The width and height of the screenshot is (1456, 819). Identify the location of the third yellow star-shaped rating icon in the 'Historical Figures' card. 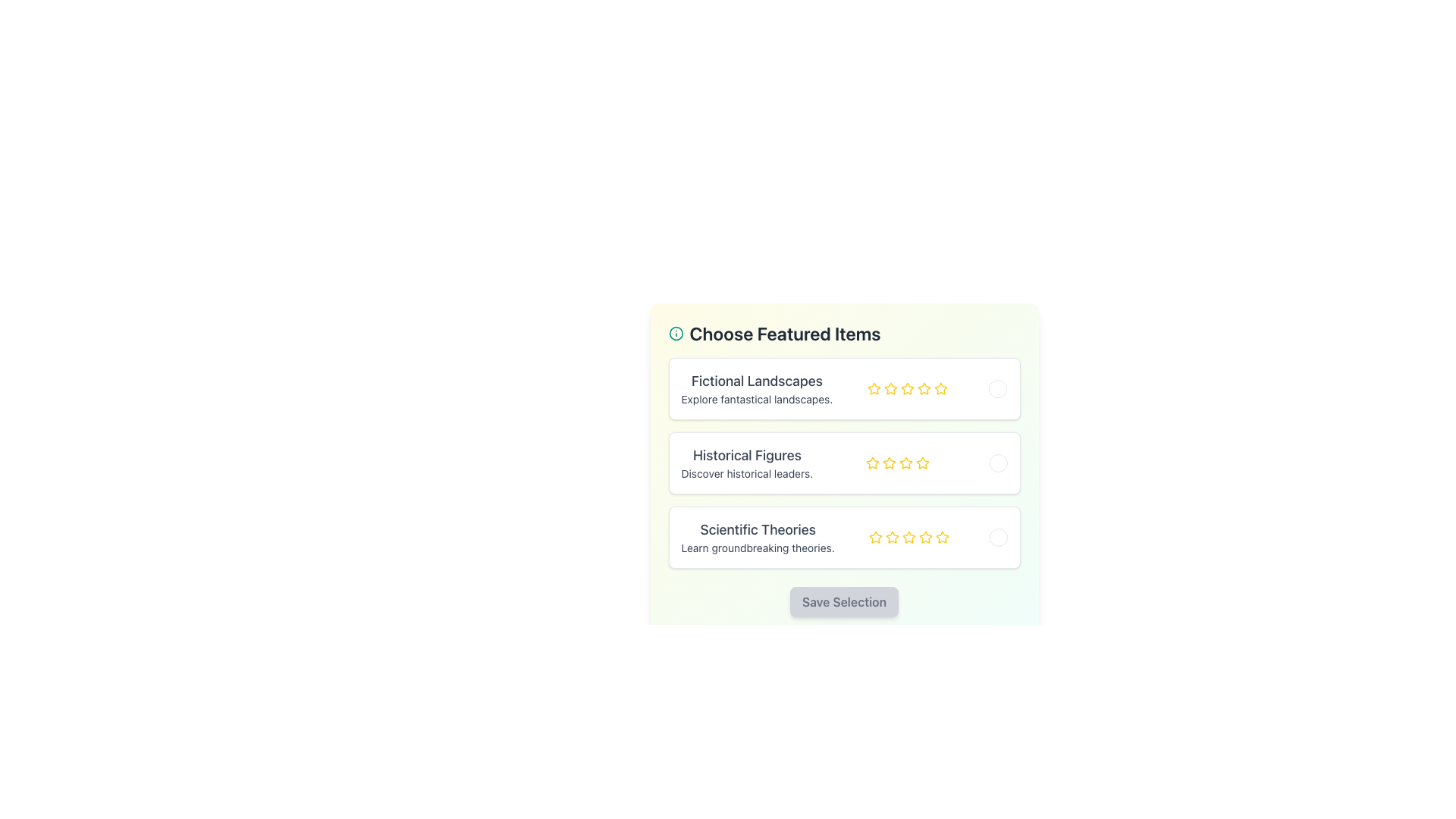
(890, 462).